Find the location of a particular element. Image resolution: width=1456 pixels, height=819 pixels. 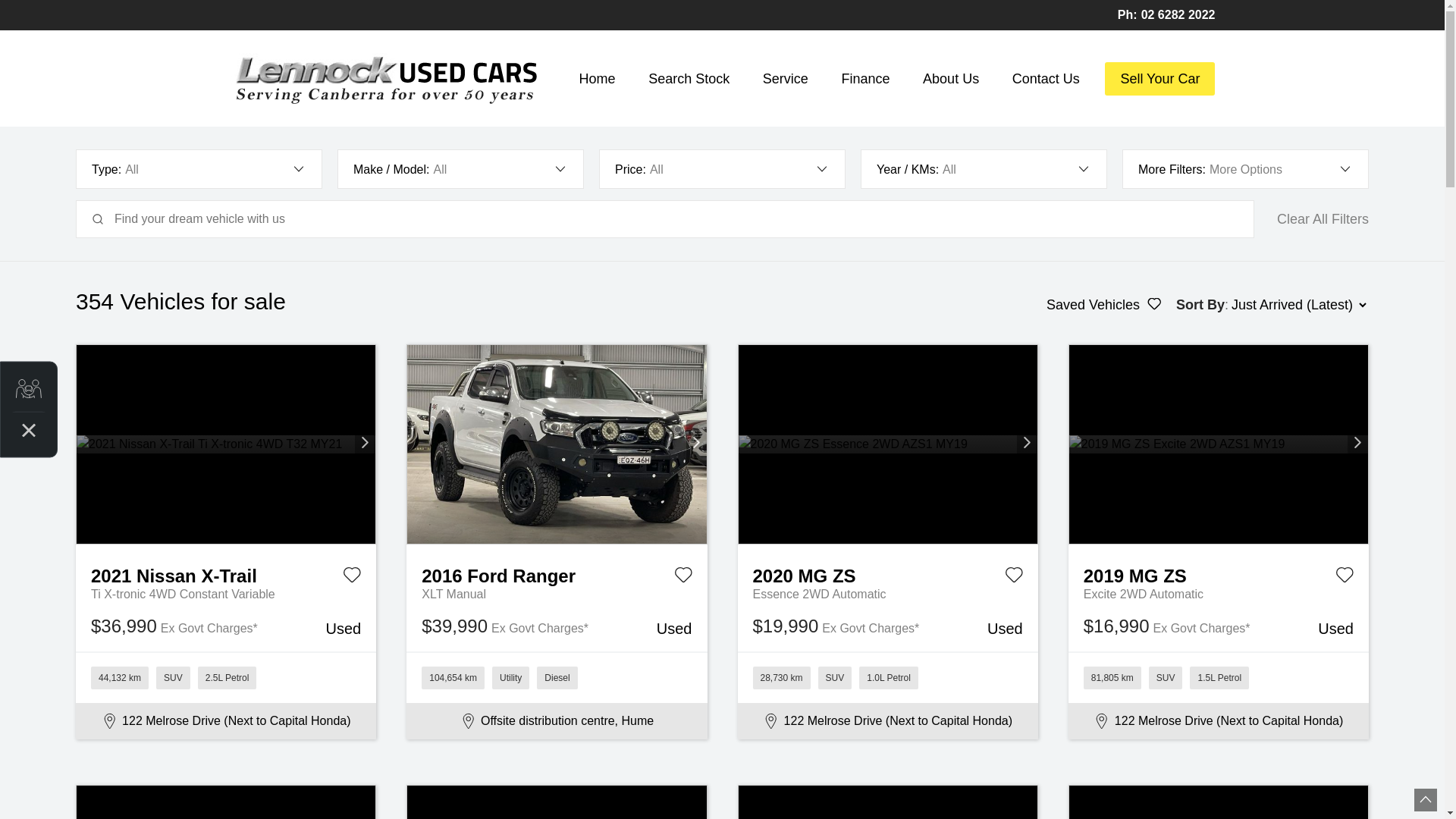

'2019 MG ZS Excite 2WD AZS1 MY19' is located at coordinates (1219, 444).